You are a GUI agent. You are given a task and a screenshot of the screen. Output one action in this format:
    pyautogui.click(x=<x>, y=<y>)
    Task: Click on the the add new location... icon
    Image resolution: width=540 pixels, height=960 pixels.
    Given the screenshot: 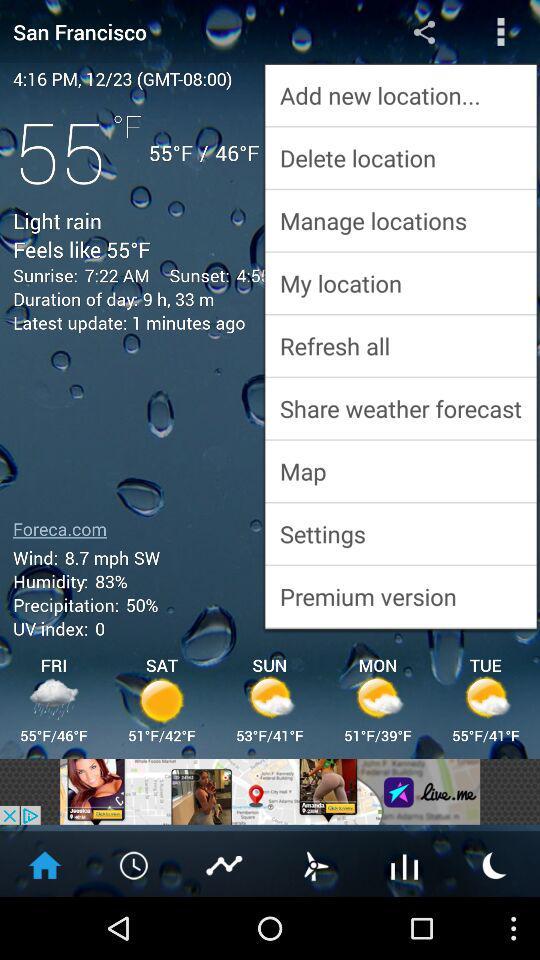 What is the action you would take?
    pyautogui.click(x=400, y=95)
    